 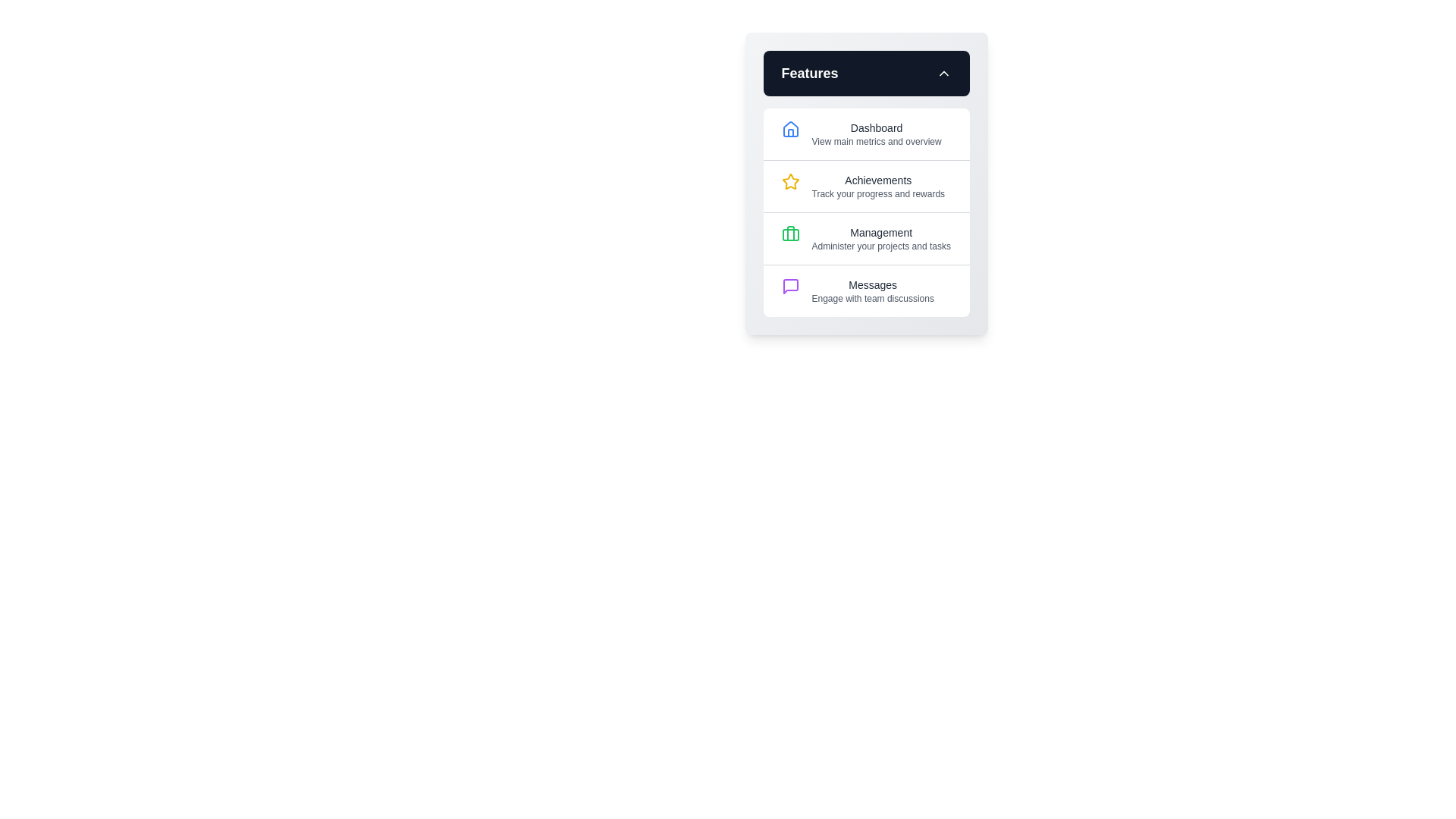 I want to click on the first List item in the navigation menu, located under the 'Features' title, so click(x=866, y=133).